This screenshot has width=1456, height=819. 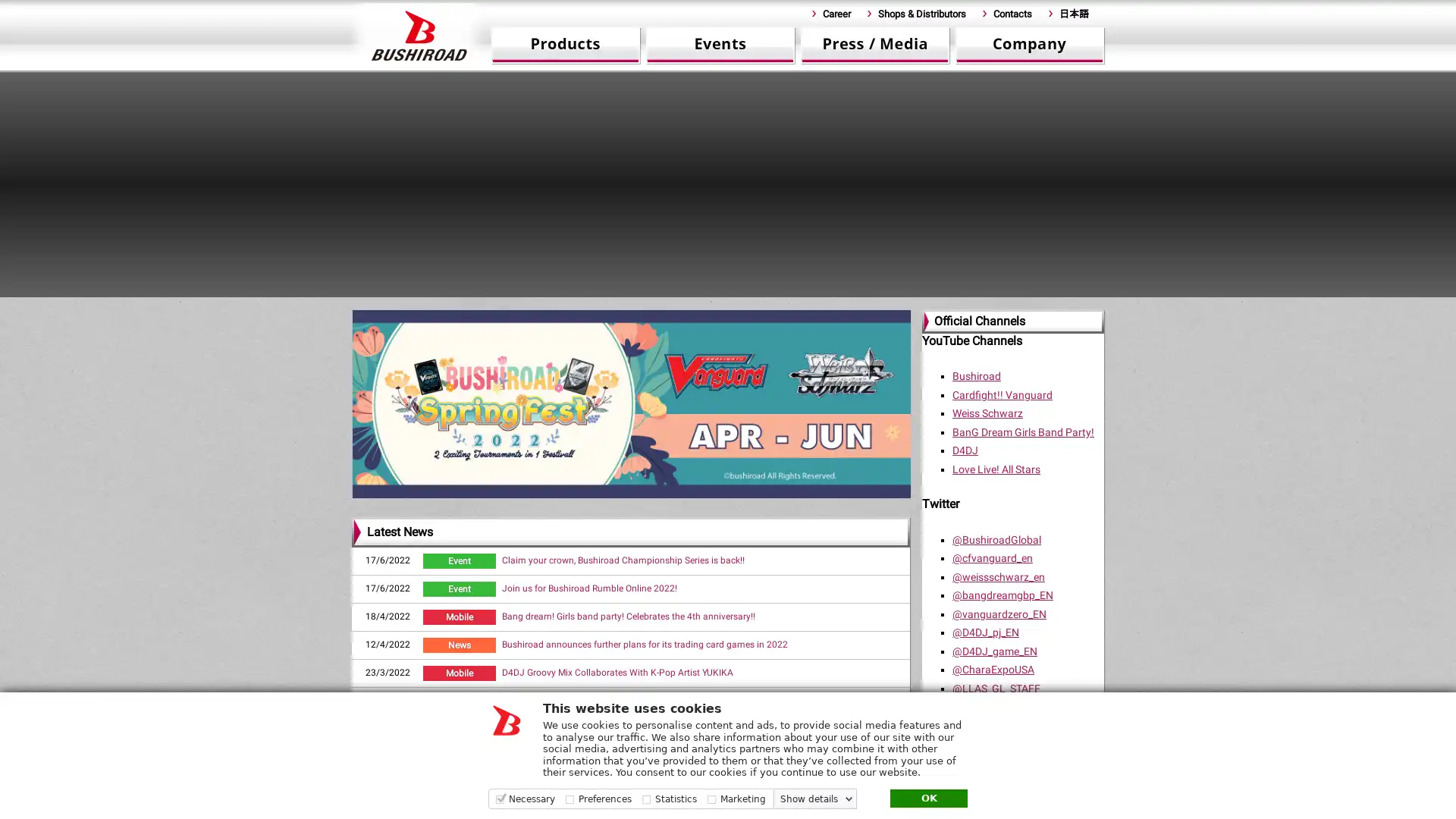 I want to click on 15, so click(x=876, y=291).